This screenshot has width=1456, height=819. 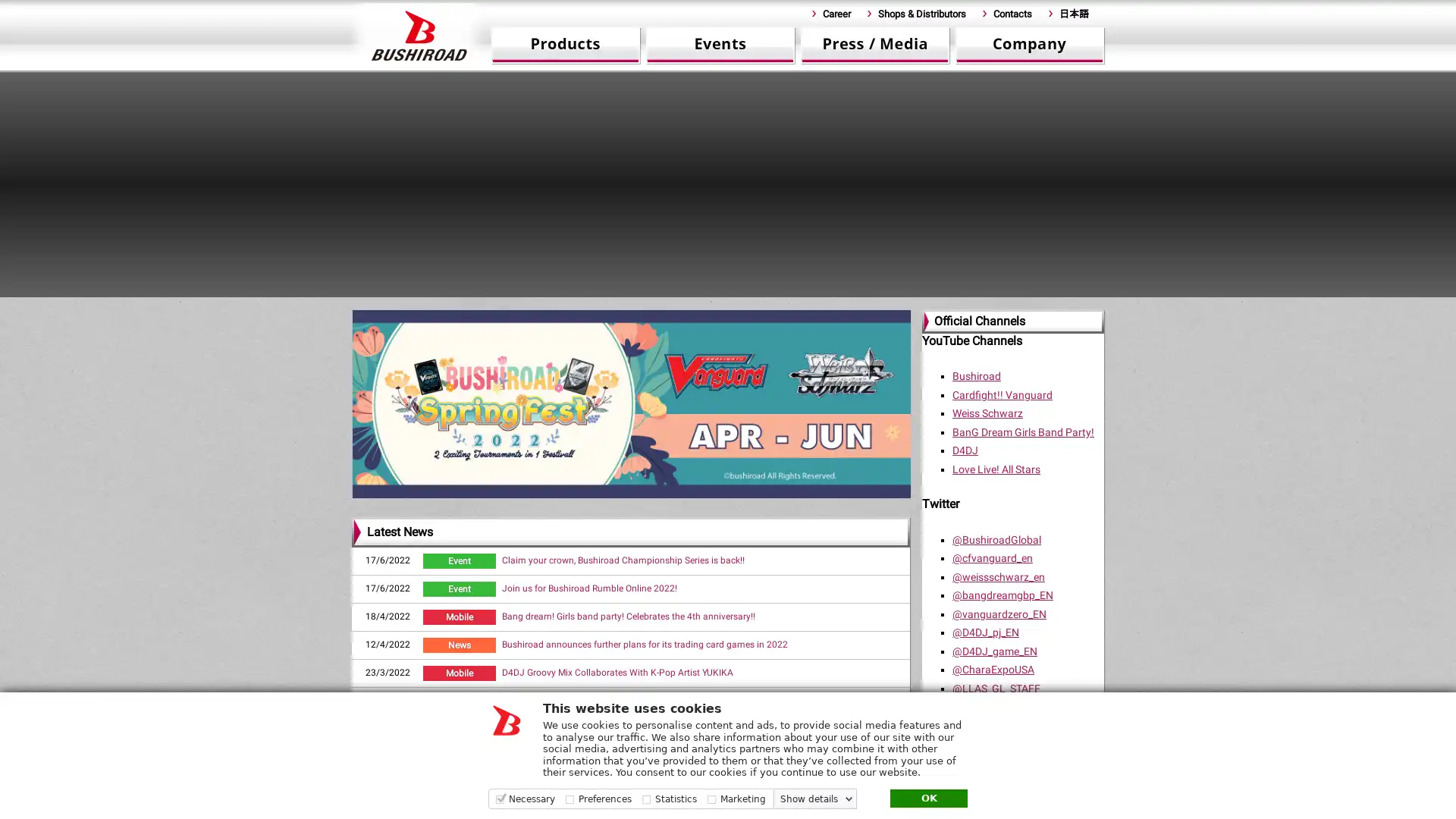 I want to click on 15, so click(x=876, y=291).